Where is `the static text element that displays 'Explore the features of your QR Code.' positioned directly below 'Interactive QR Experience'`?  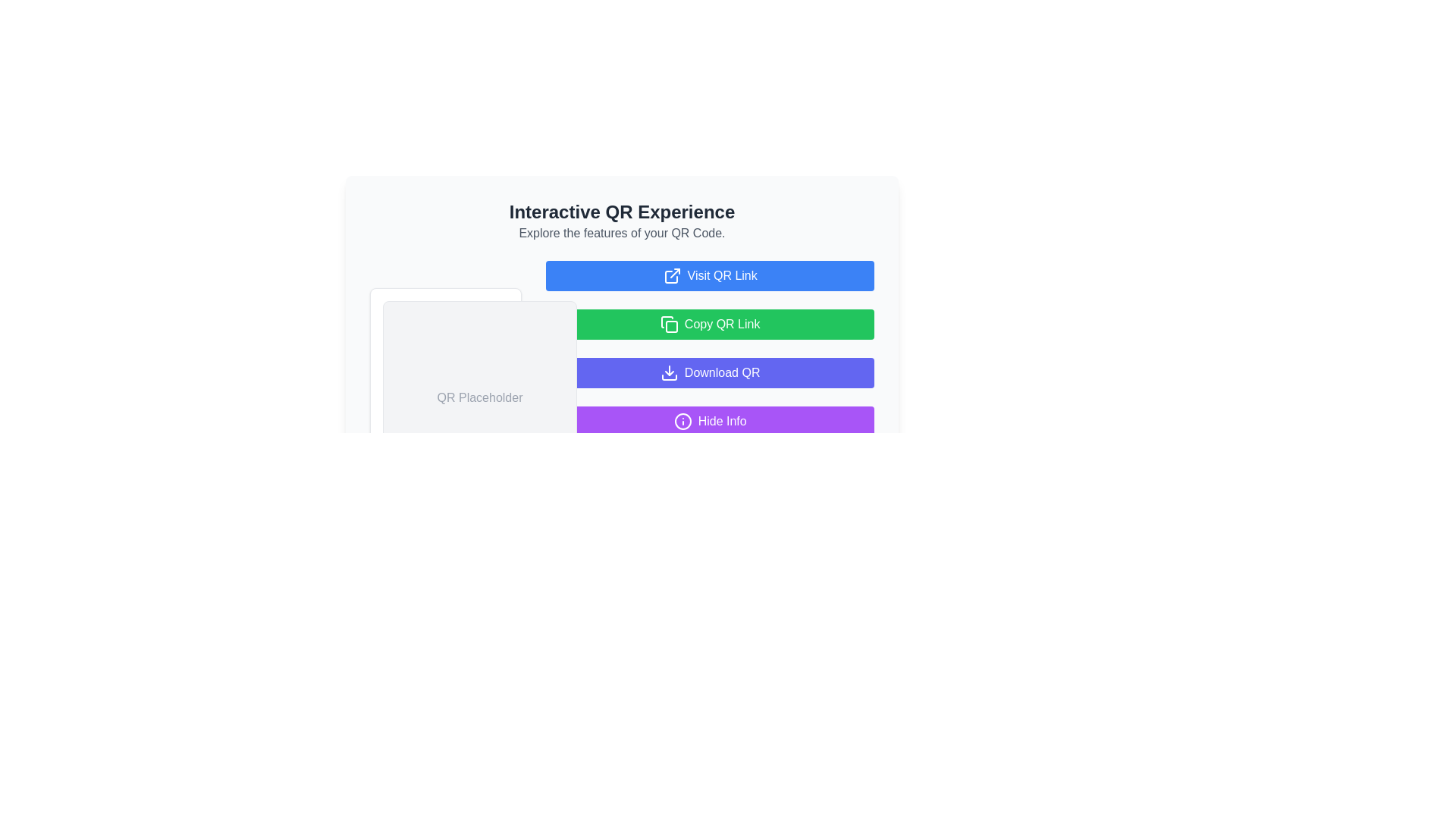 the static text element that displays 'Explore the features of your QR Code.' positioned directly below 'Interactive QR Experience' is located at coordinates (622, 234).